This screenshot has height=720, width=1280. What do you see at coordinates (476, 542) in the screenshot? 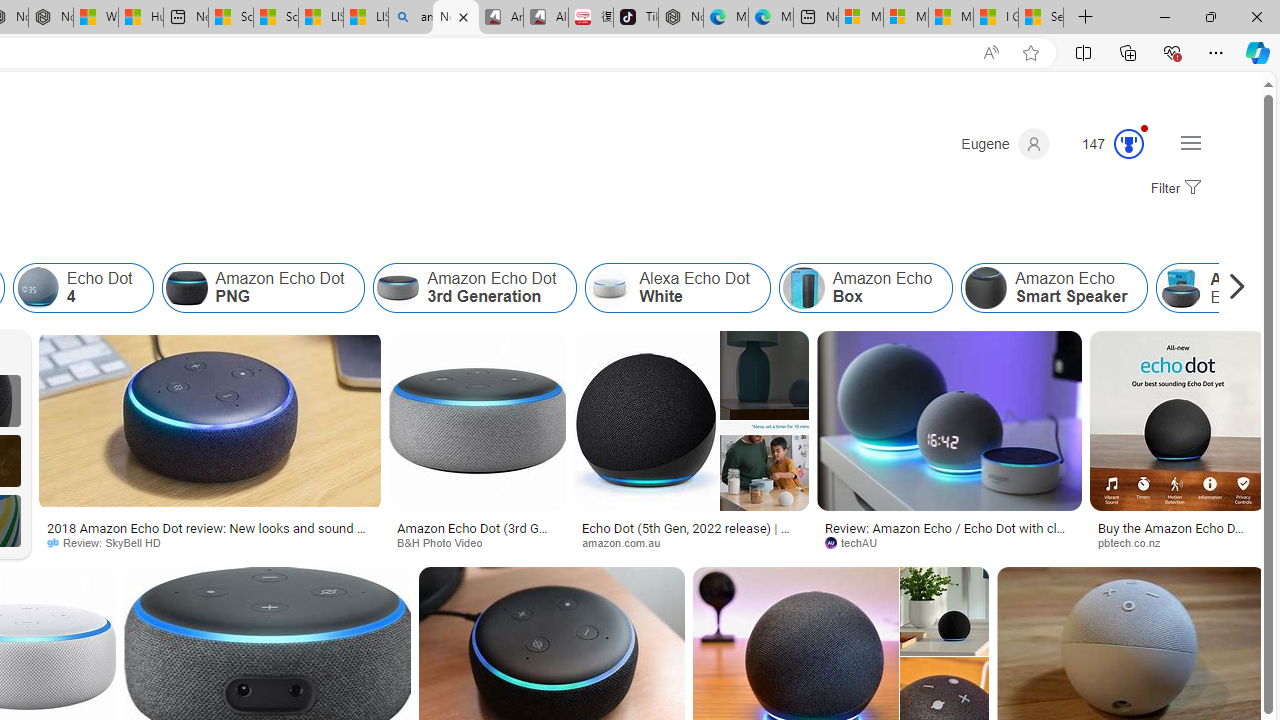
I see `'B&H Photo Video'` at bounding box center [476, 542].